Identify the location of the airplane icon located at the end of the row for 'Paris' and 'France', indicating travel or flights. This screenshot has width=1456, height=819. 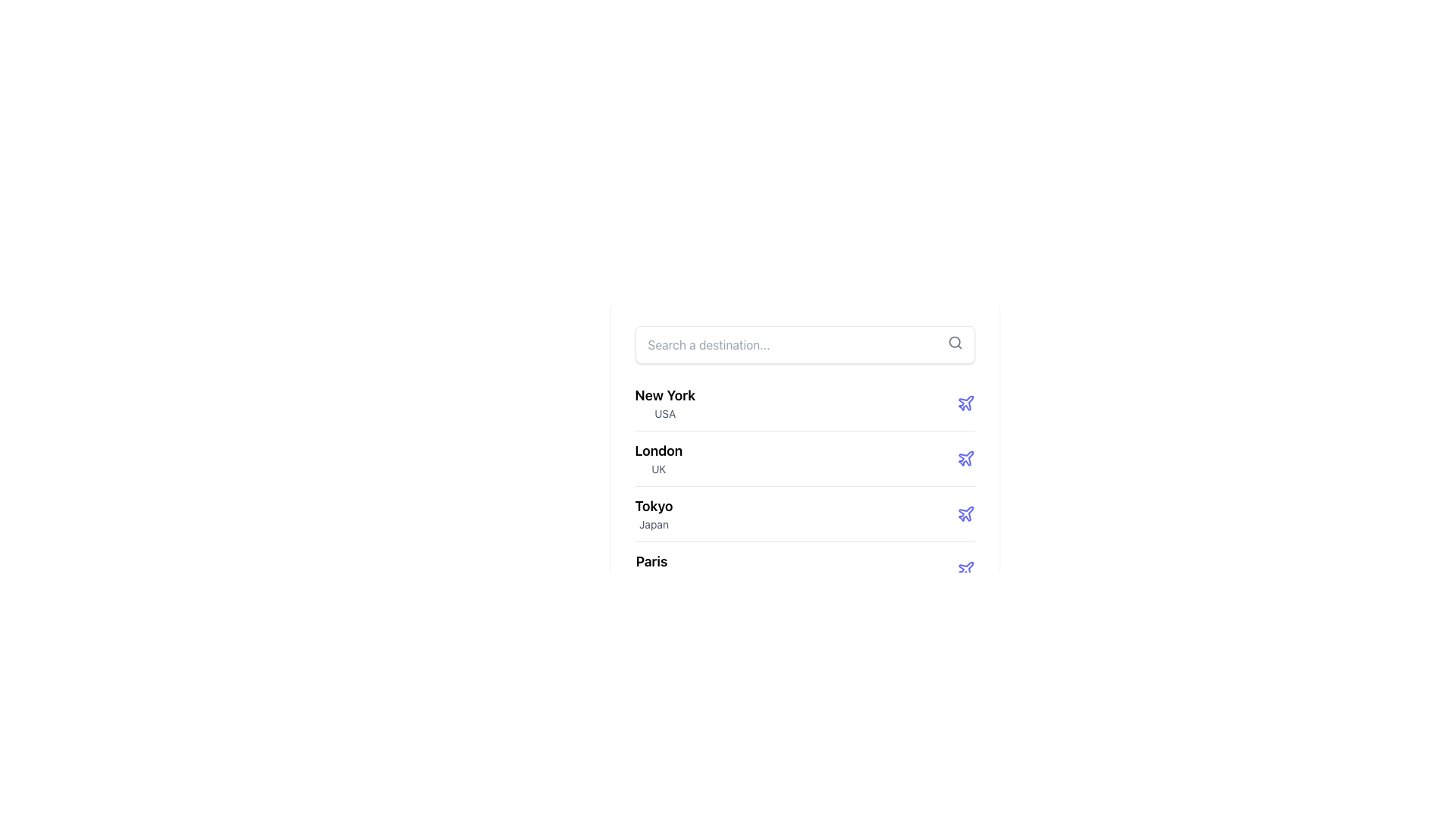
(965, 570).